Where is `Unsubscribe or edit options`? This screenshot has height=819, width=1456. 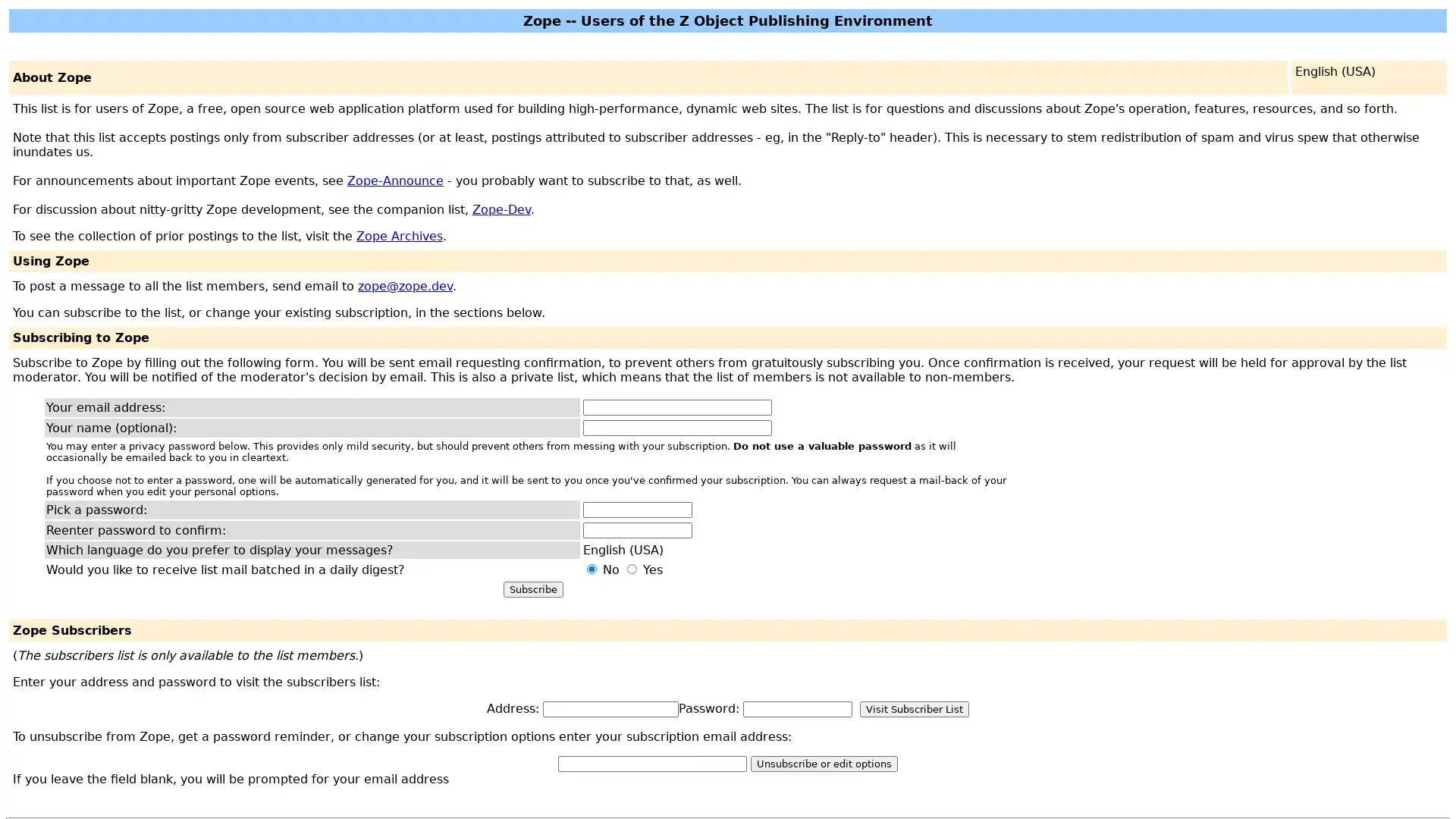 Unsubscribe or edit options is located at coordinates (823, 764).